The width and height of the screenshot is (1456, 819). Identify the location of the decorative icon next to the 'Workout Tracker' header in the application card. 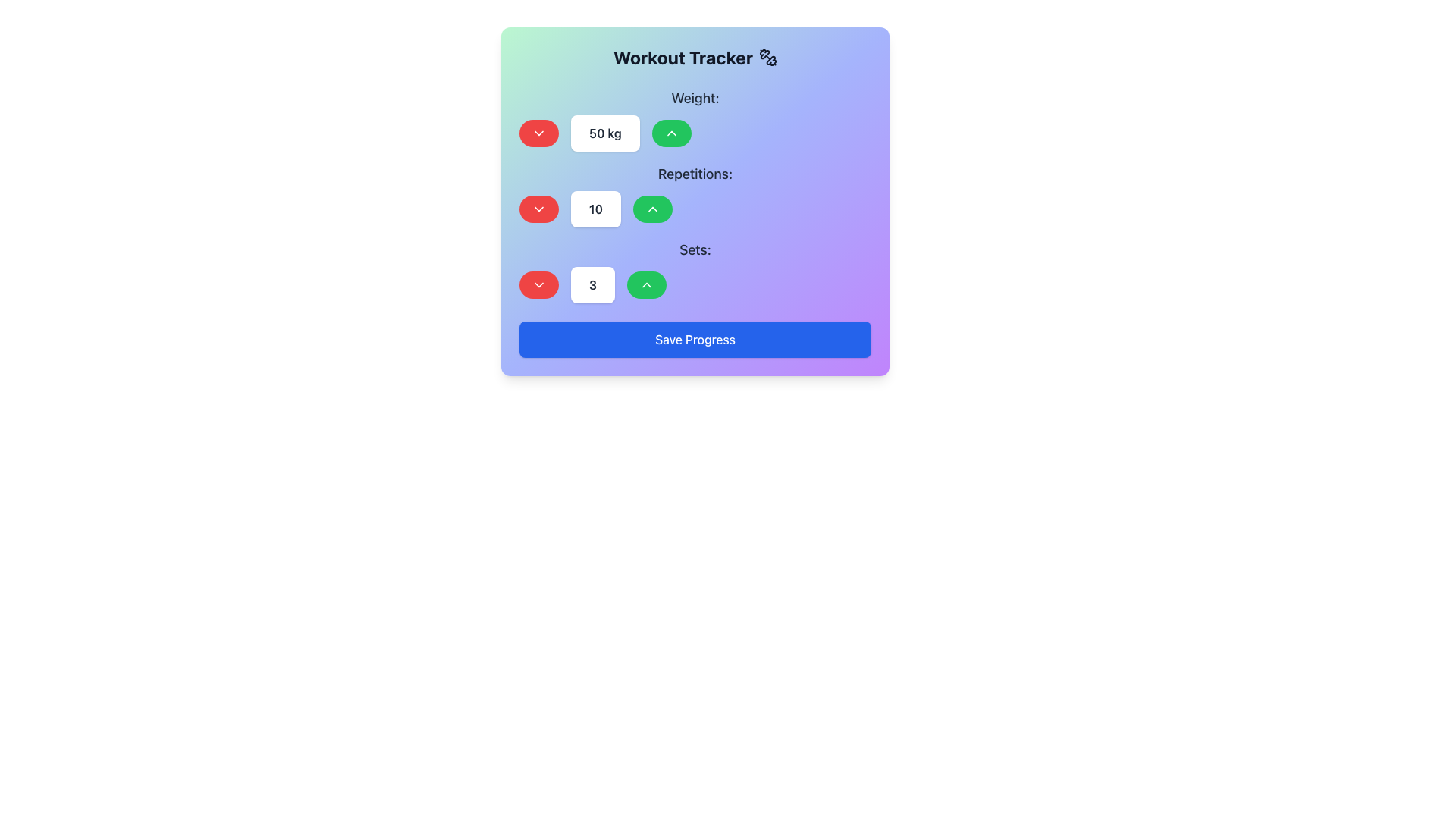
(767, 57).